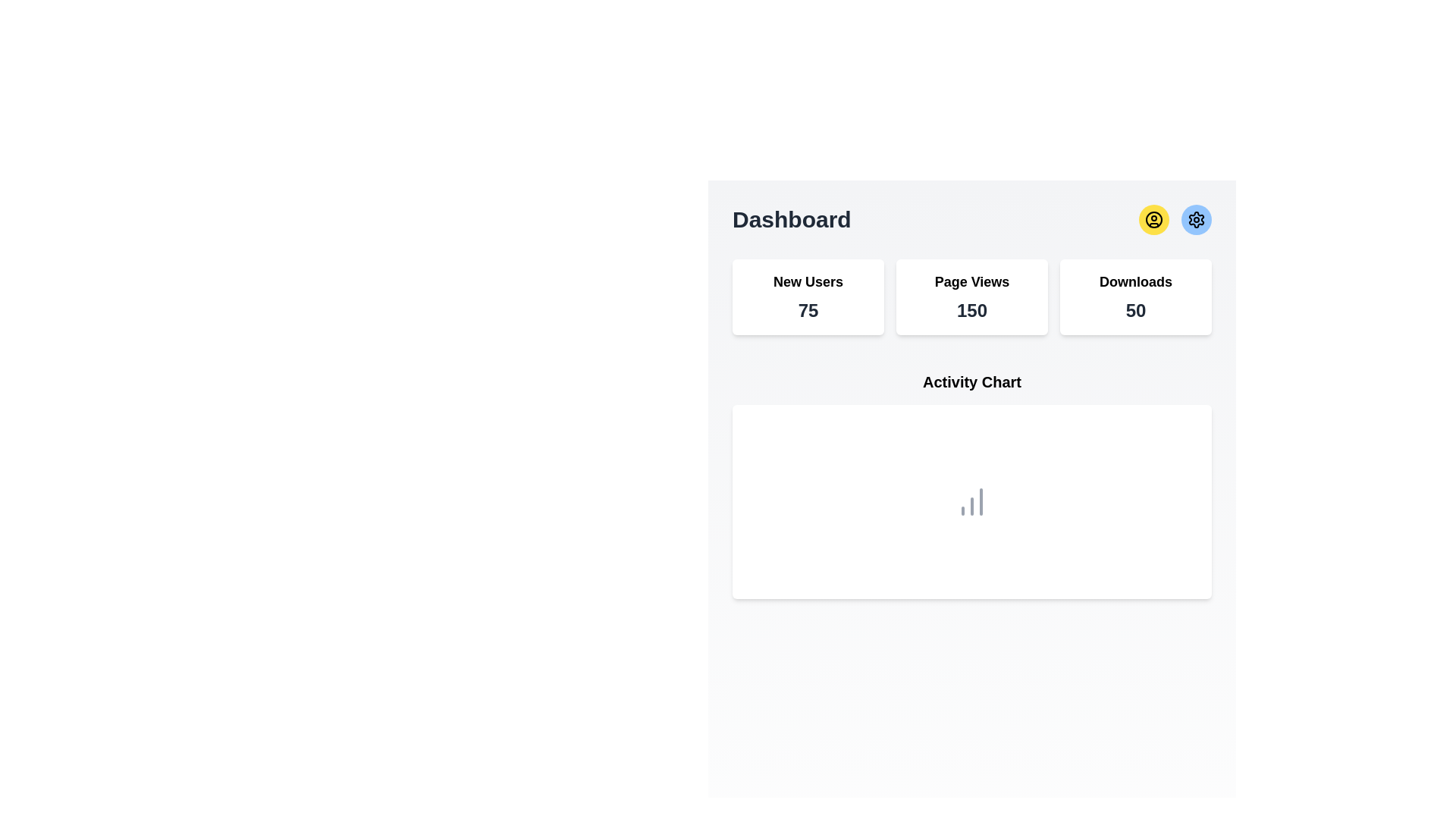 The height and width of the screenshot is (819, 1456). I want to click on the 'New Users' text label displayed prominently in bold, sans-serif font within a white card on the dashboard interface, so click(807, 281).